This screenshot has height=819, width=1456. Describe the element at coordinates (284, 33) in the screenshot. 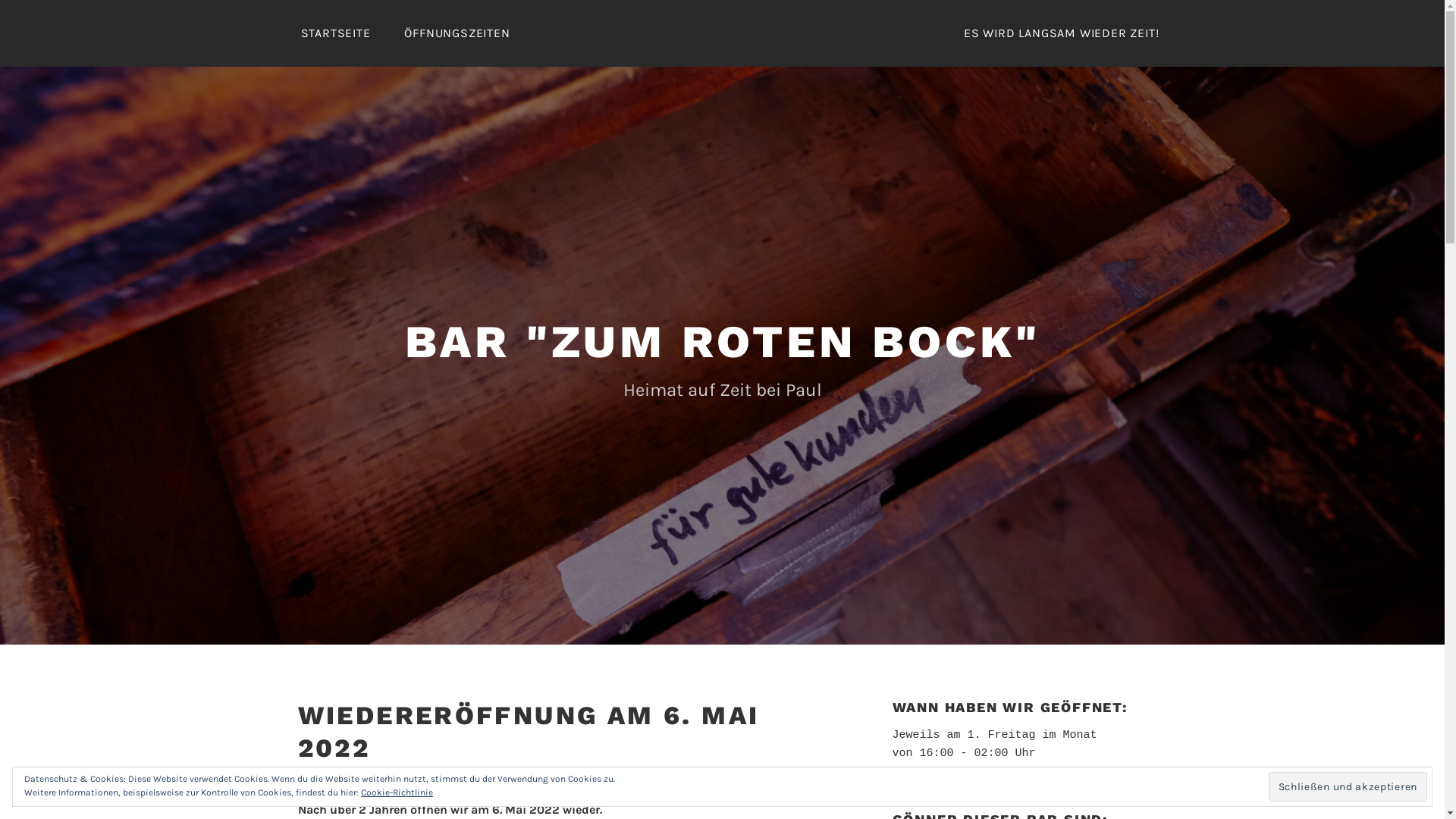

I see `'STARTSEITE'` at that location.